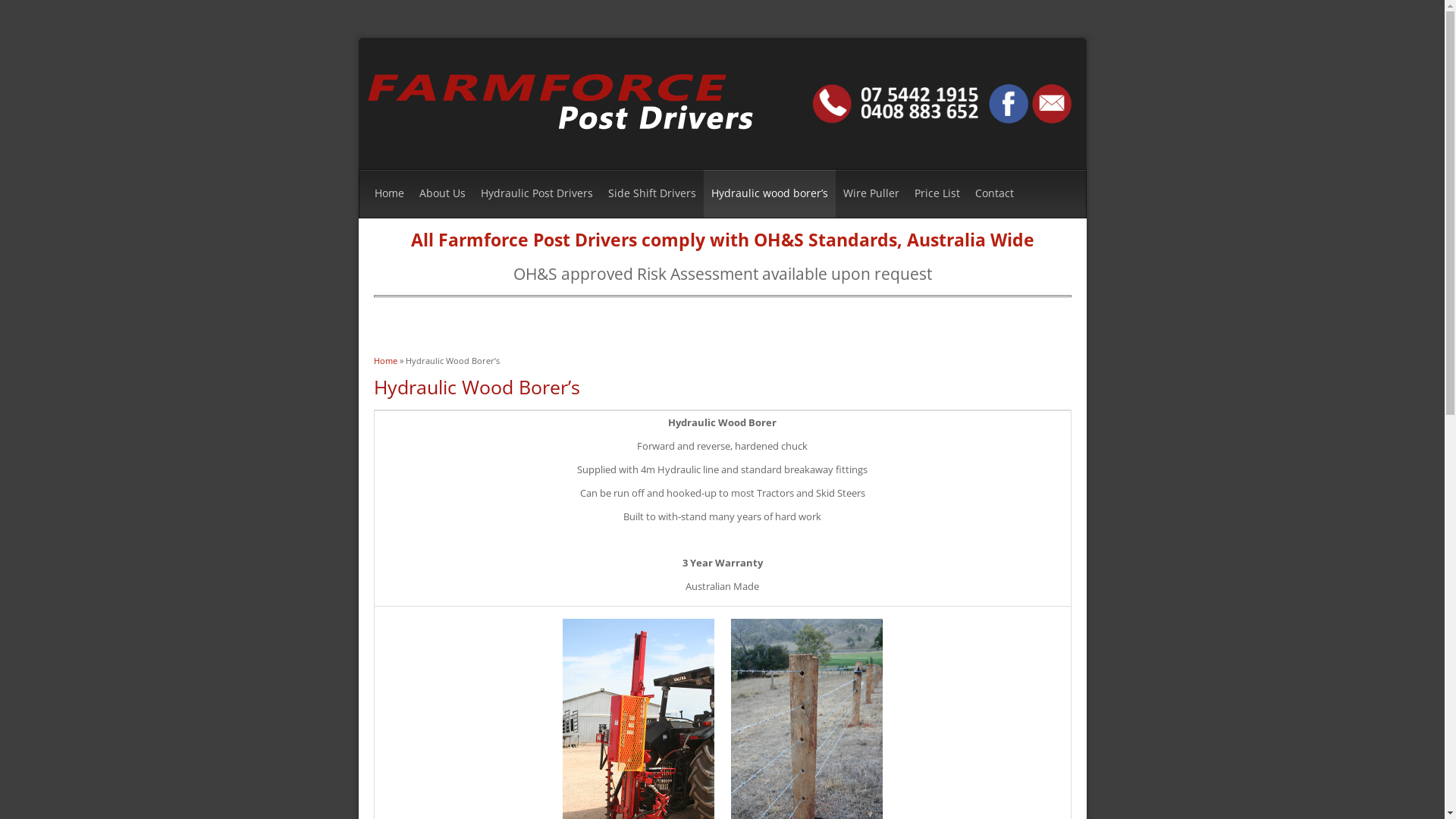 Image resolution: width=1456 pixels, height=819 pixels. What do you see at coordinates (937, 193) in the screenshot?
I see `'Price List'` at bounding box center [937, 193].